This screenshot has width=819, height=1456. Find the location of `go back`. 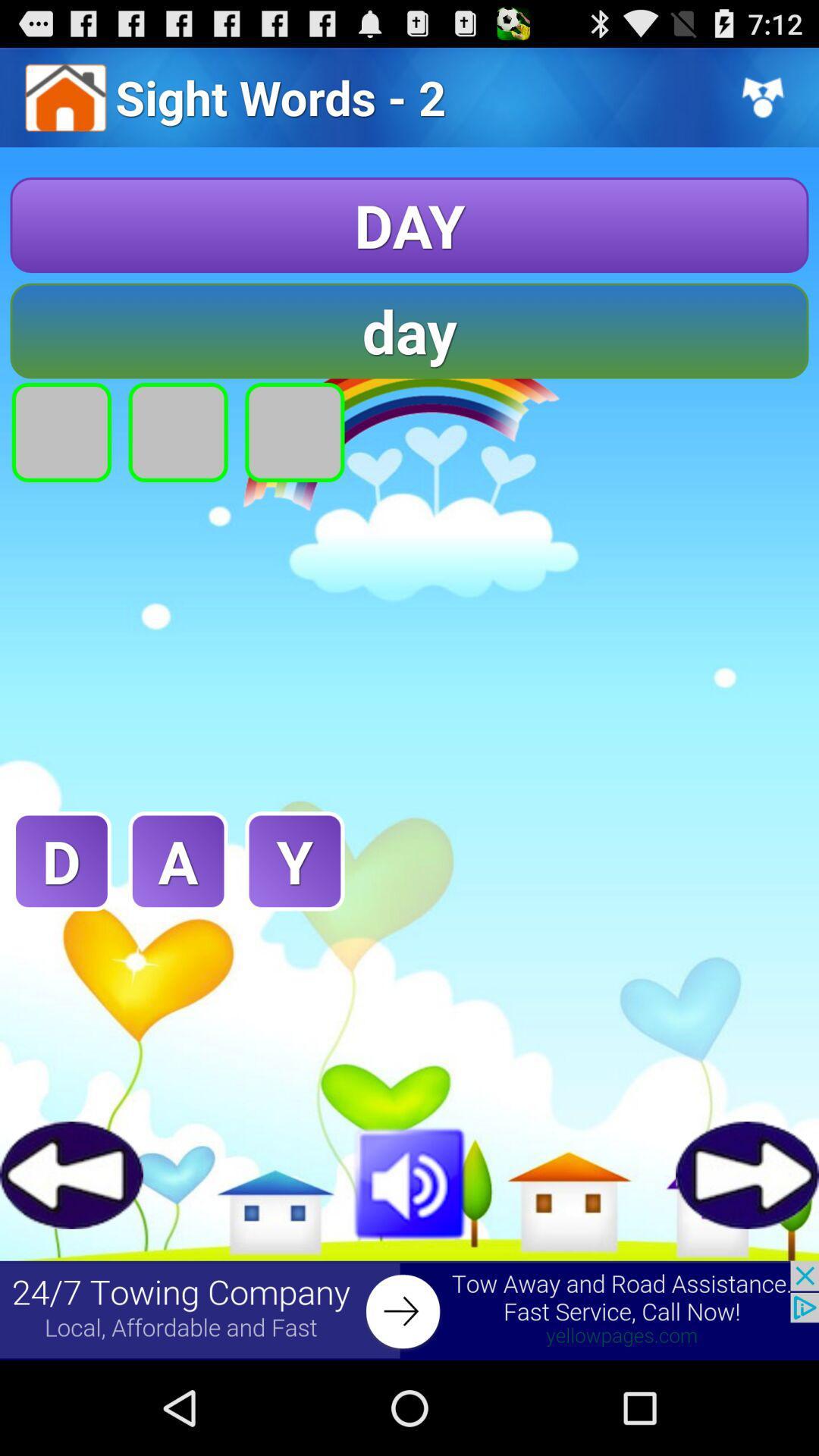

go back is located at coordinates (71, 1174).